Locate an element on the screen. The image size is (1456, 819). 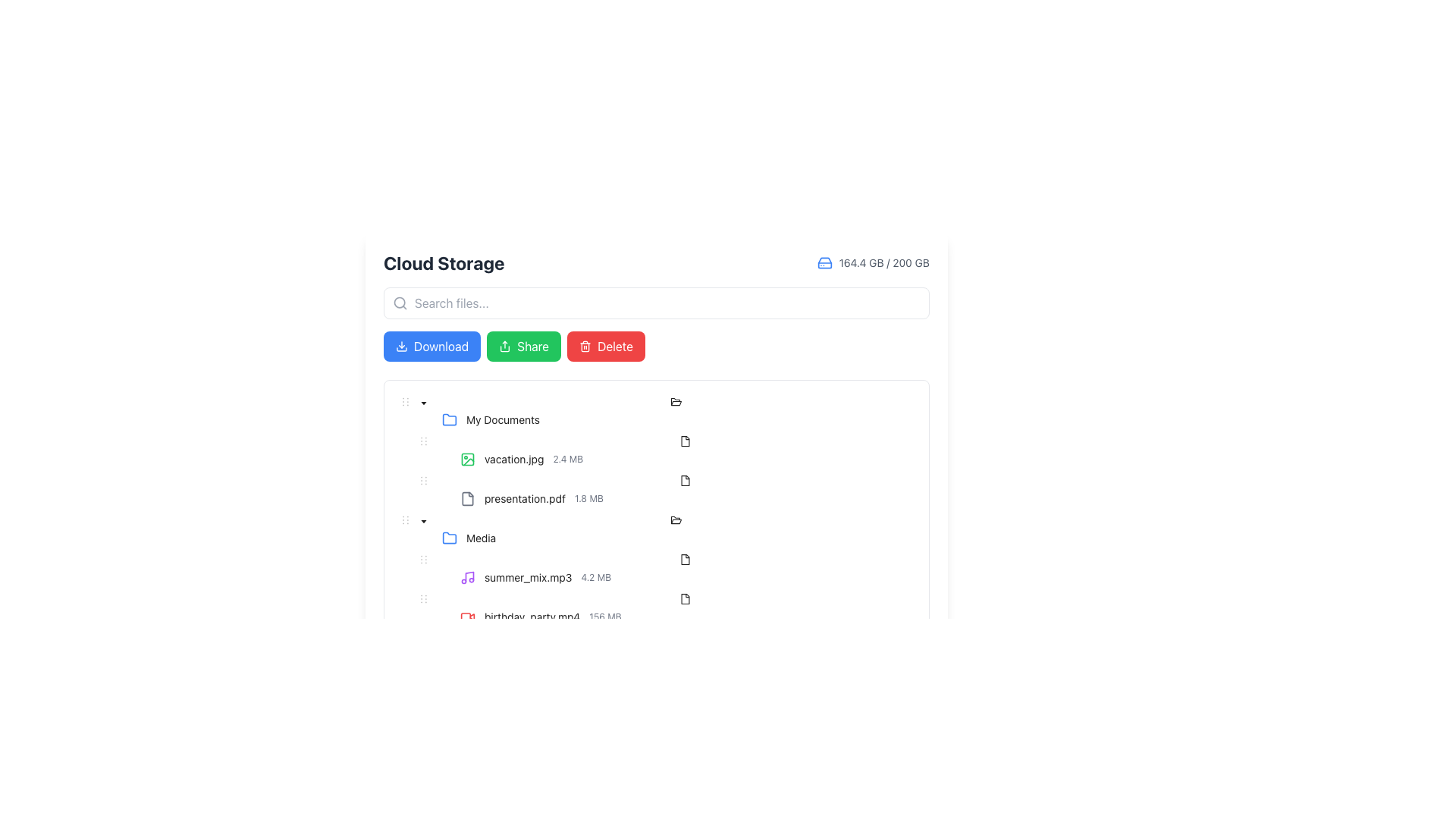
the blue folder icon, which is the first element to the left of the 'Media' label in the file list under 'Cloud Storage' is located at coordinates (449, 537).